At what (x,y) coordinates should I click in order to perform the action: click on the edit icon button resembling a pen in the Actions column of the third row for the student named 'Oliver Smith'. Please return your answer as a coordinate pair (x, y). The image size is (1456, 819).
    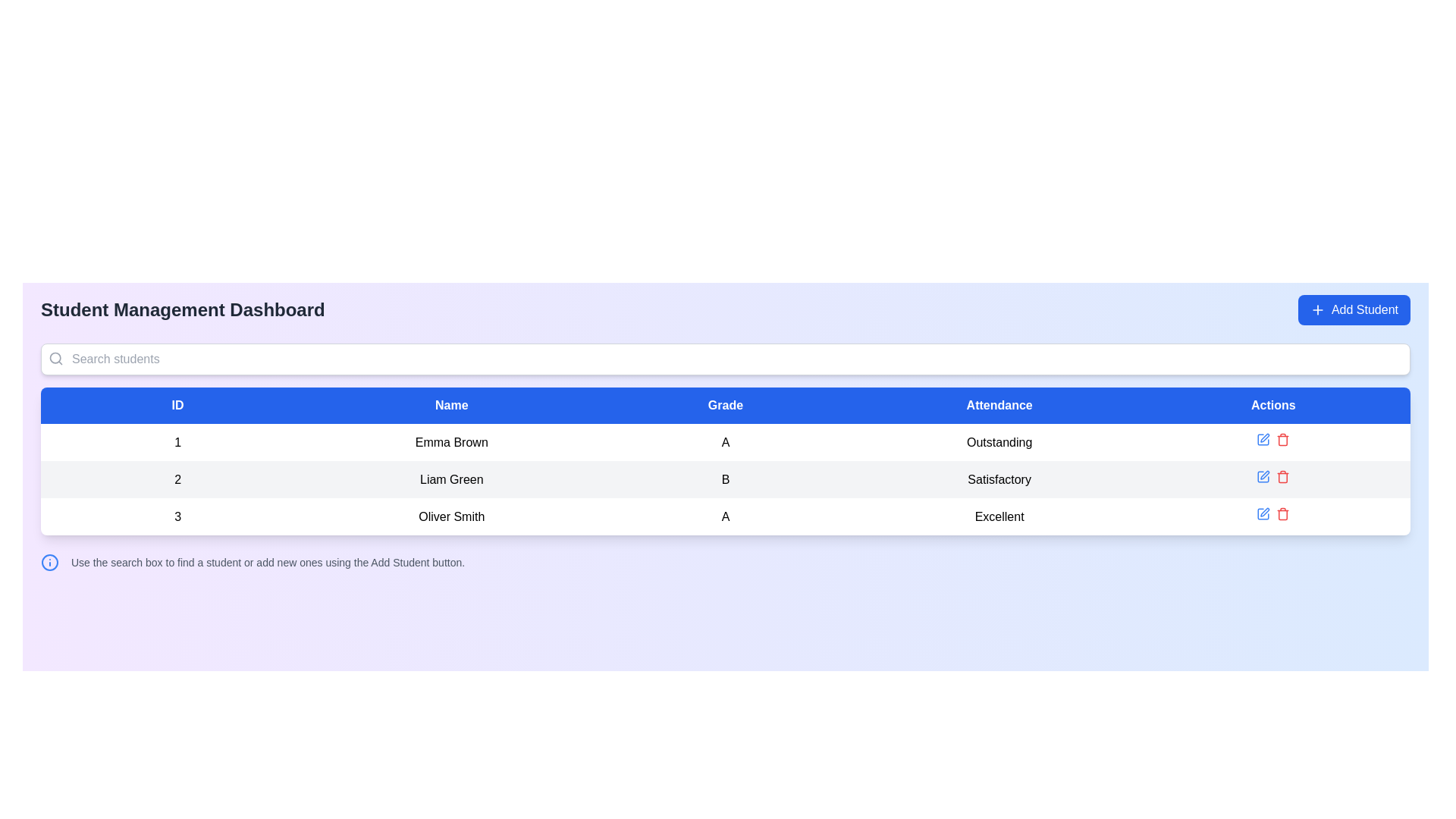
    Looking at the image, I should click on (1265, 512).